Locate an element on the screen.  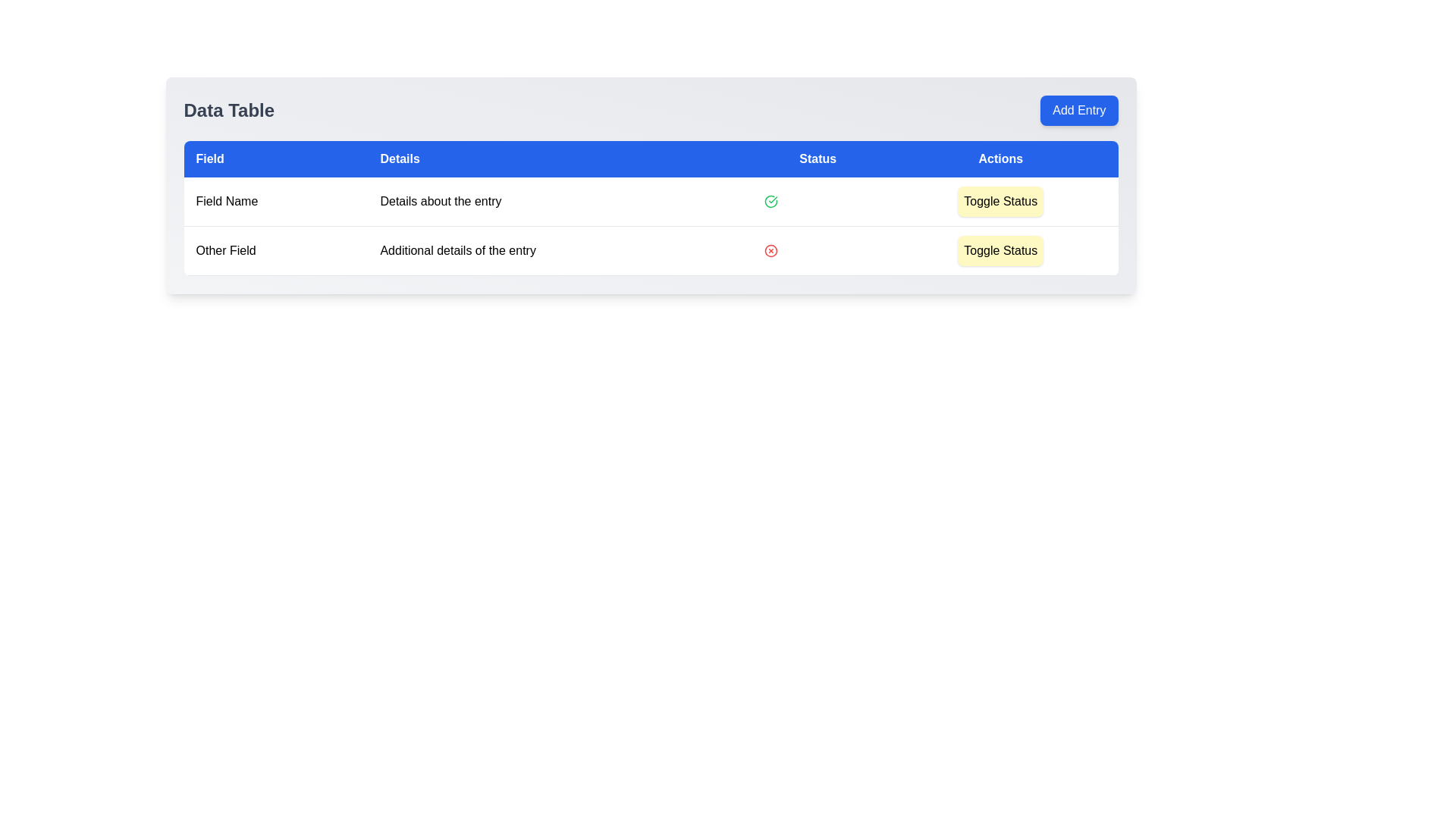
the textual display field located in the second column of the first row of the data table, which displays information associated with the corresponding 'Field Name' is located at coordinates (559, 201).